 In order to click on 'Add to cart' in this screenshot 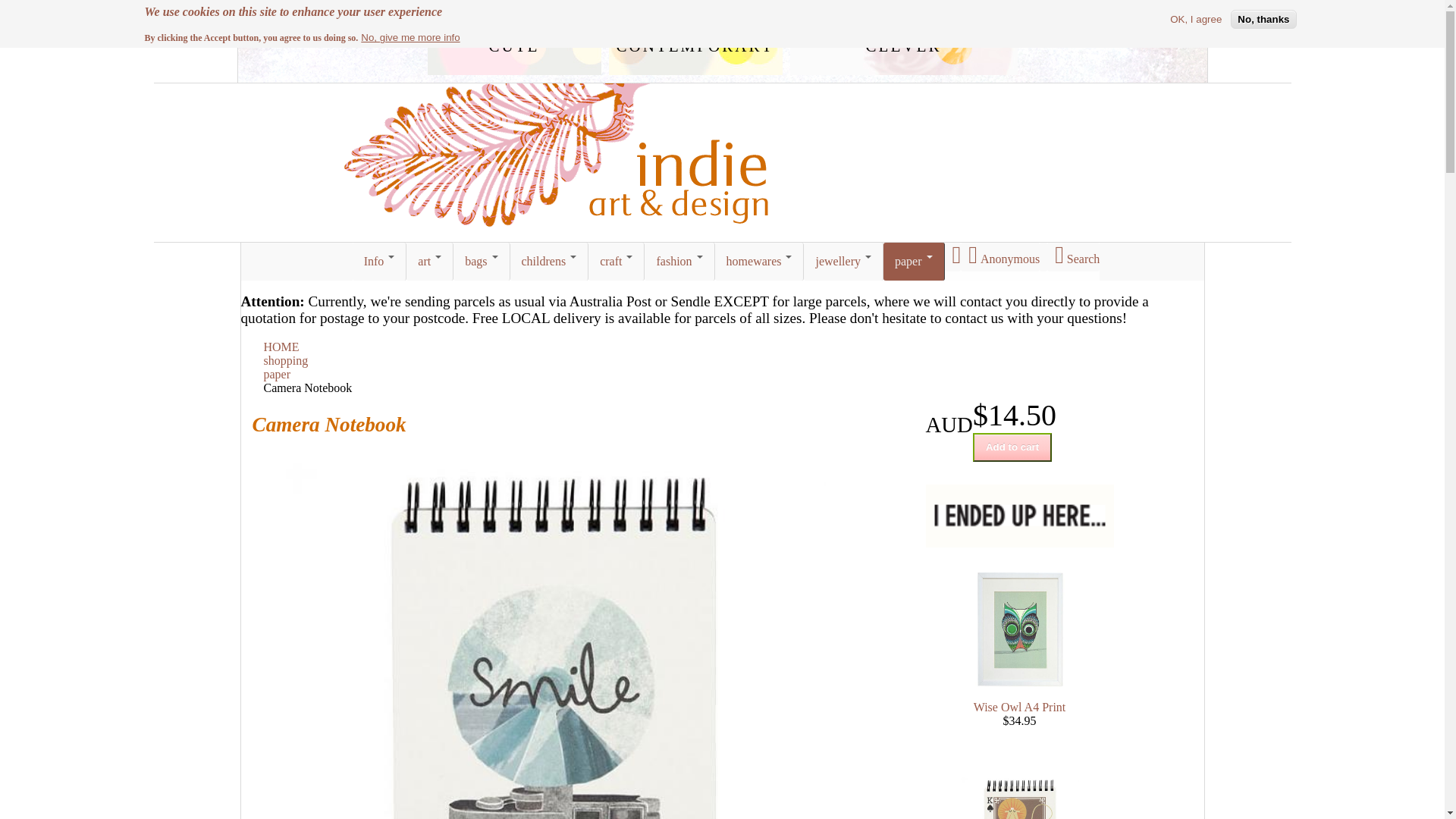, I will do `click(1012, 447)`.